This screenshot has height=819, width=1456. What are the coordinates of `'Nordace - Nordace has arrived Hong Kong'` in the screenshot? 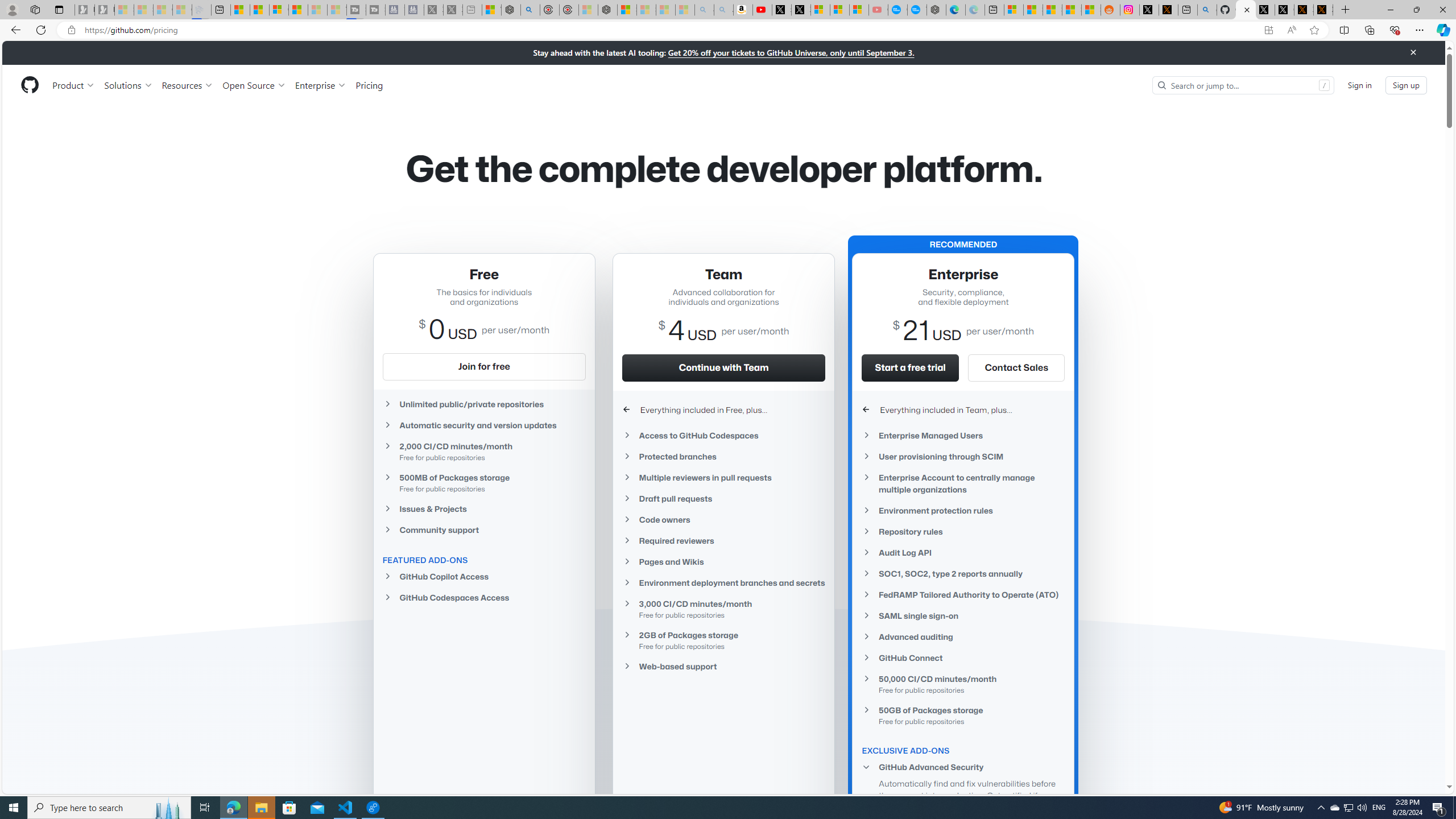 It's located at (936, 9).